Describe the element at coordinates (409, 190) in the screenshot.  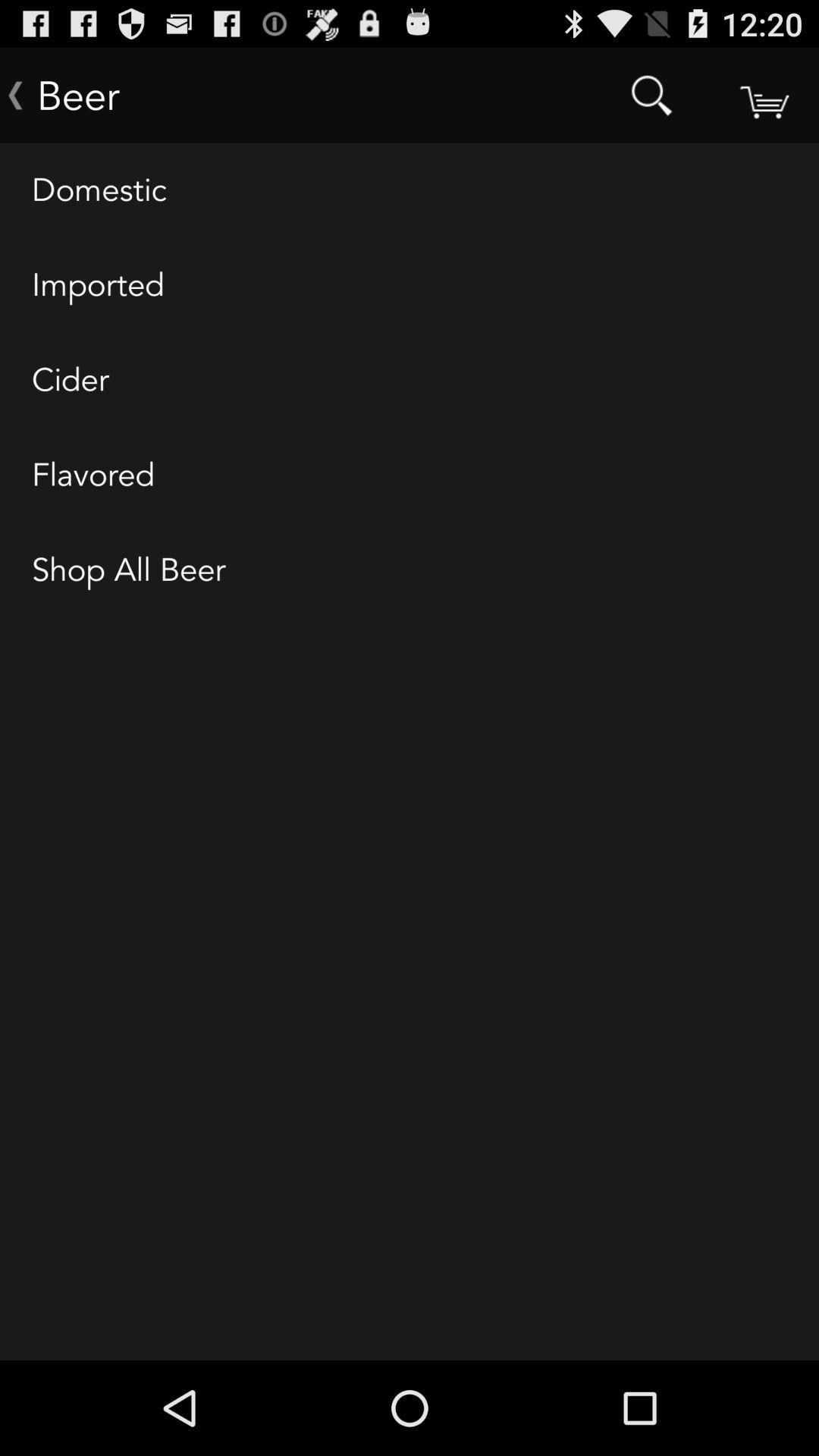
I see `domestic` at that location.